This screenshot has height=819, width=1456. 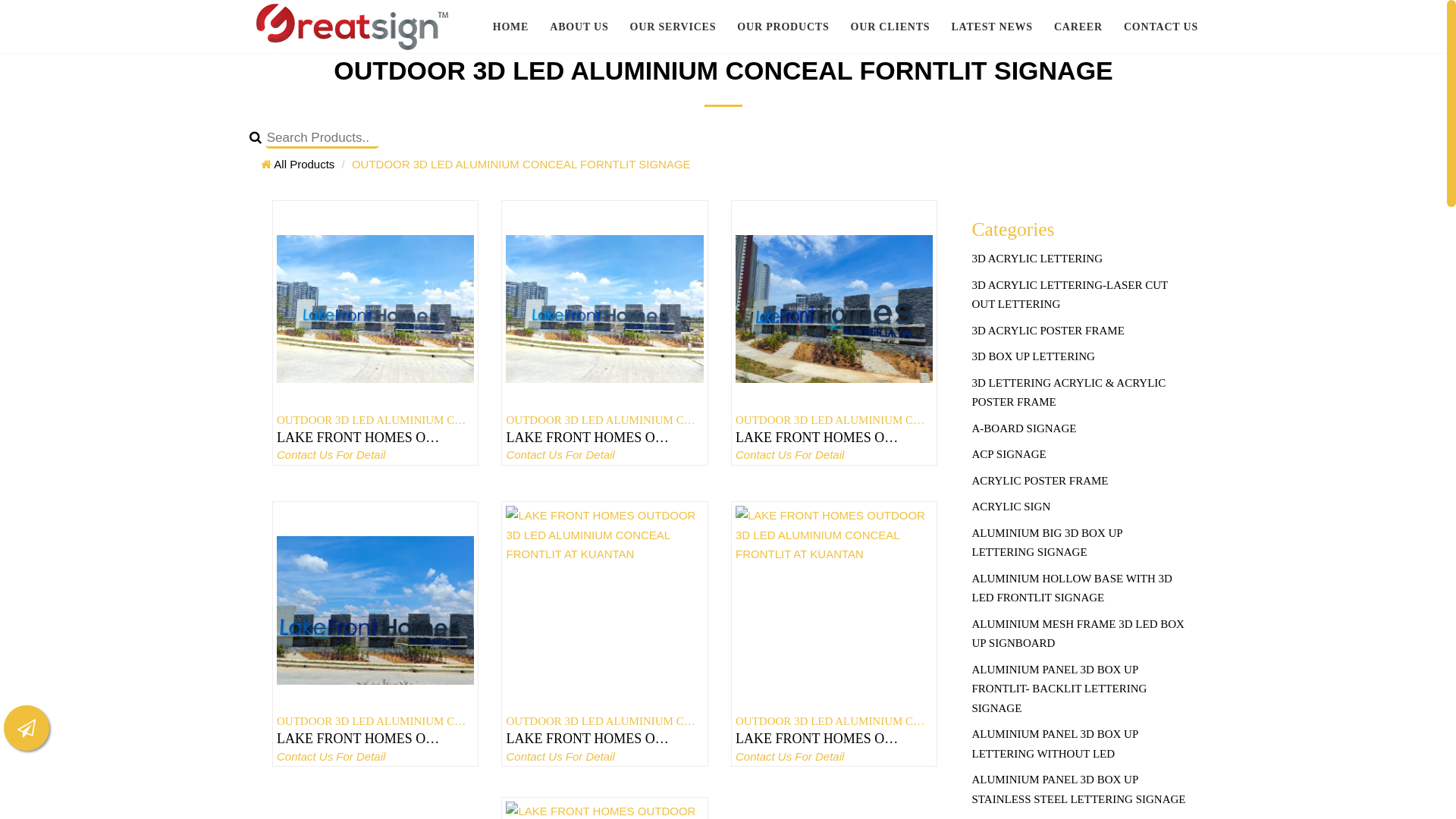 What do you see at coordinates (1078, 330) in the screenshot?
I see `'3D ACRYLIC POSTER FRAME'` at bounding box center [1078, 330].